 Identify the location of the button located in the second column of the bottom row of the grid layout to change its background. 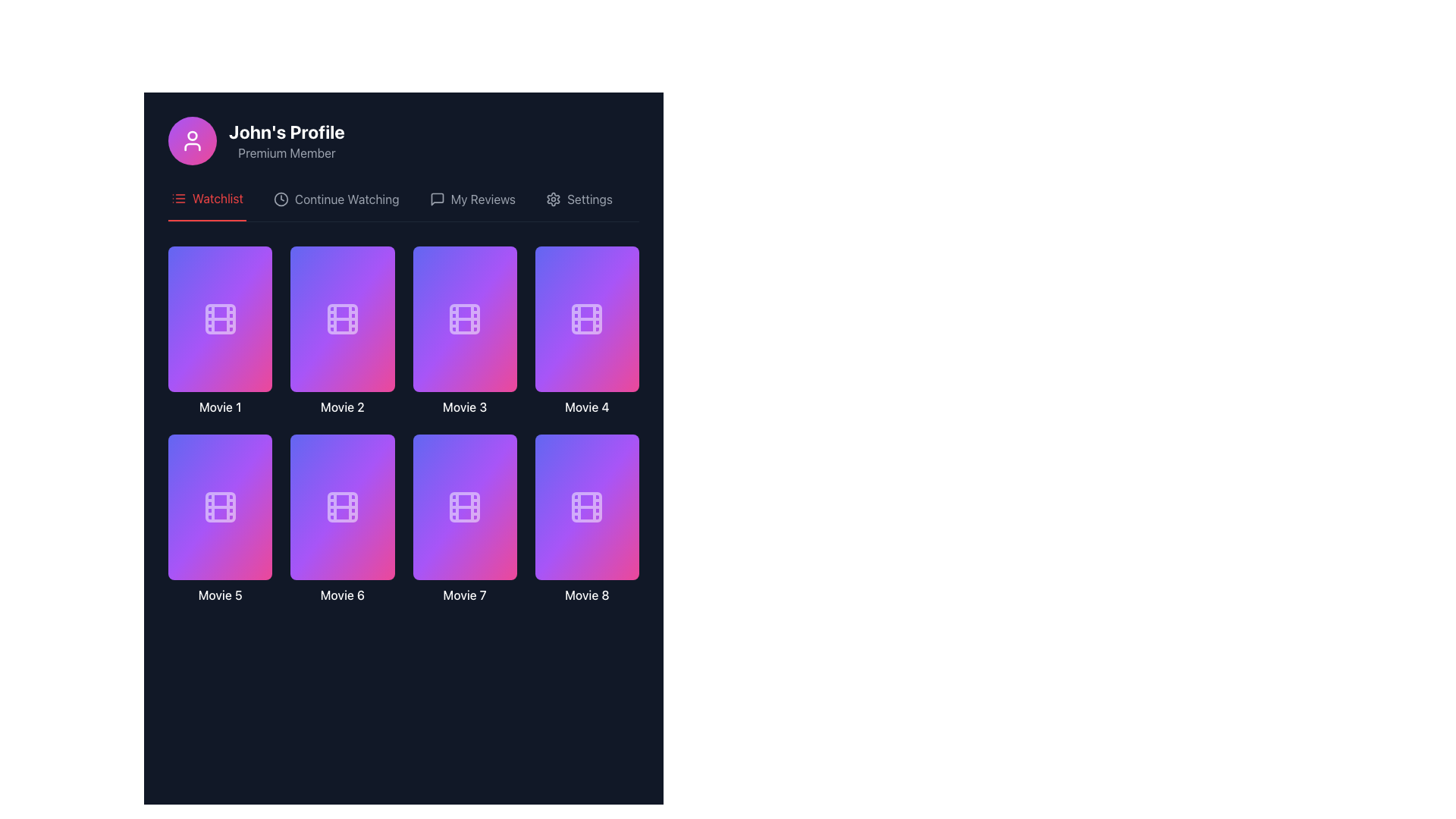
(481, 543).